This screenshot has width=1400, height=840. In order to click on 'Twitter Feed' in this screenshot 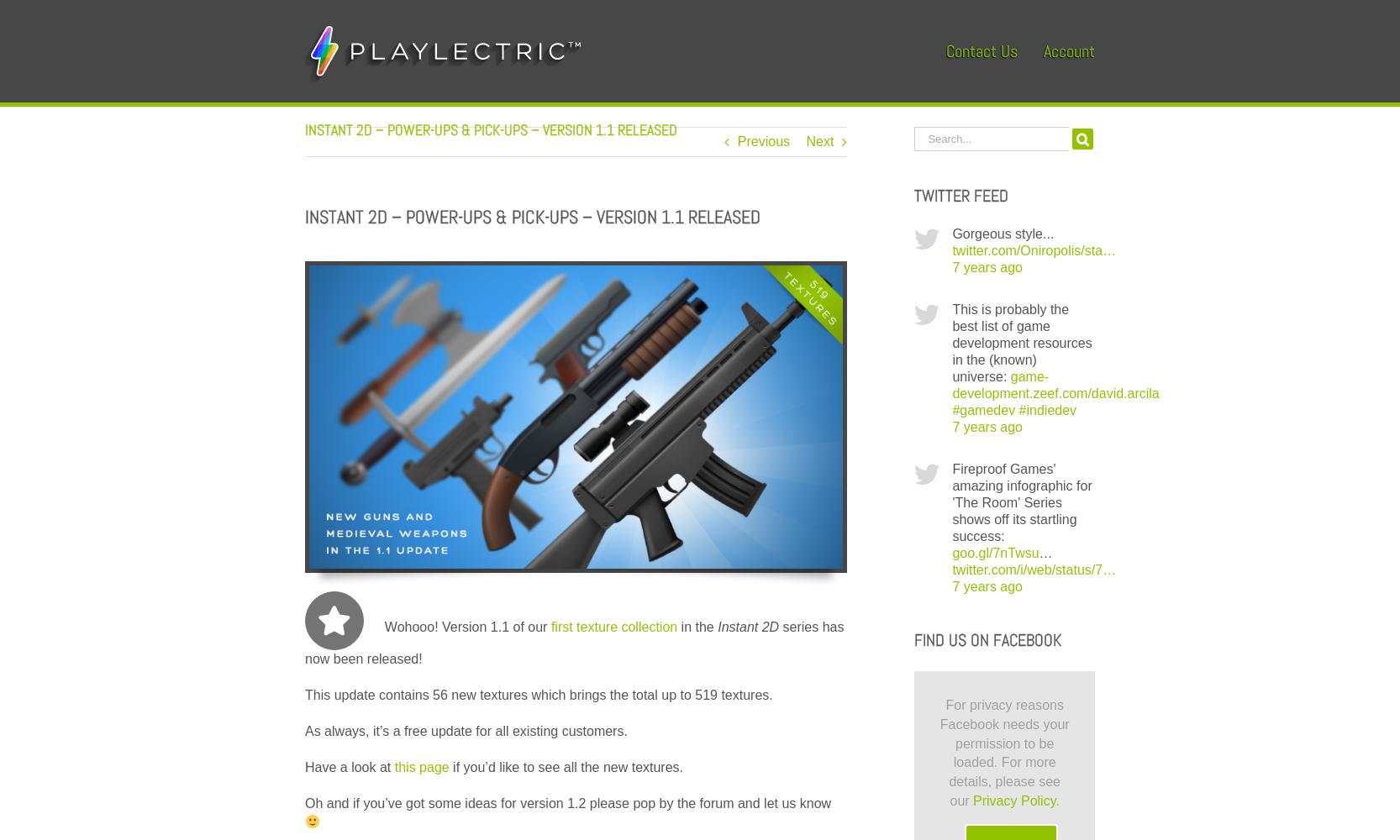, I will do `click(961, 195)`.